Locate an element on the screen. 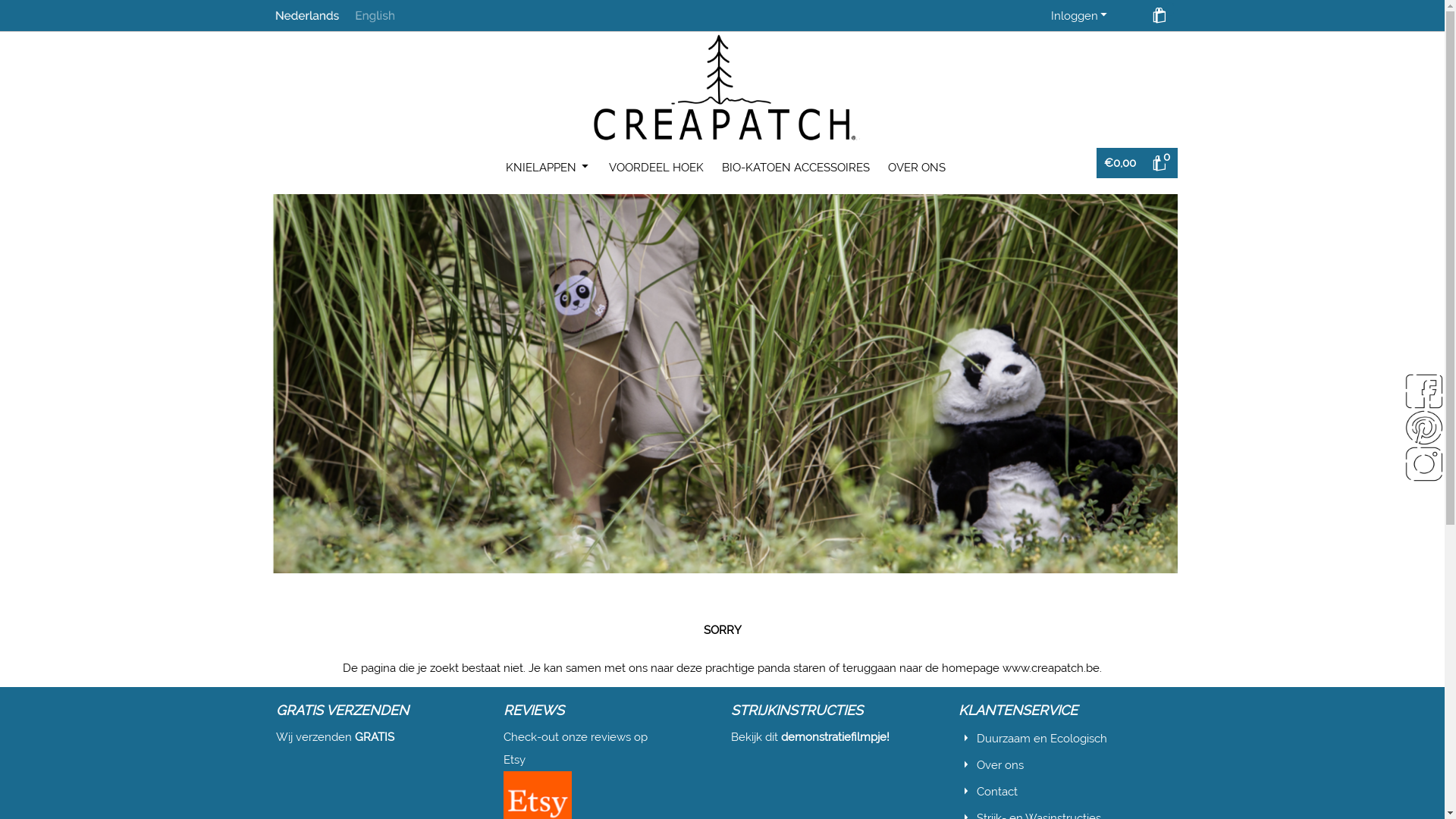  'Duurzaam en Ecologisch' is located at coordinates (1040, 738).